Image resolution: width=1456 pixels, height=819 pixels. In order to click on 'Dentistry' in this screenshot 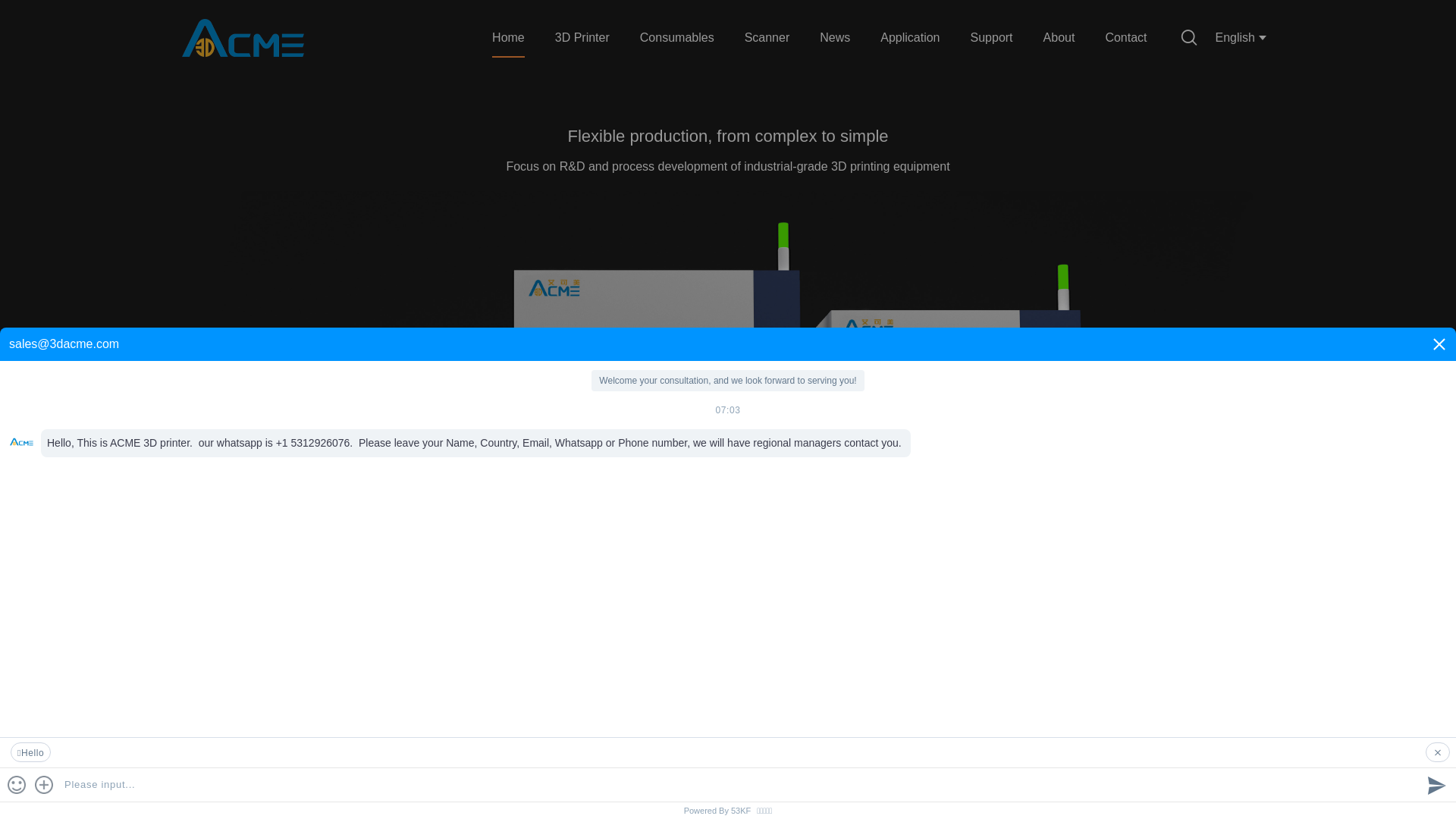, I will do `click(386, 780)`.